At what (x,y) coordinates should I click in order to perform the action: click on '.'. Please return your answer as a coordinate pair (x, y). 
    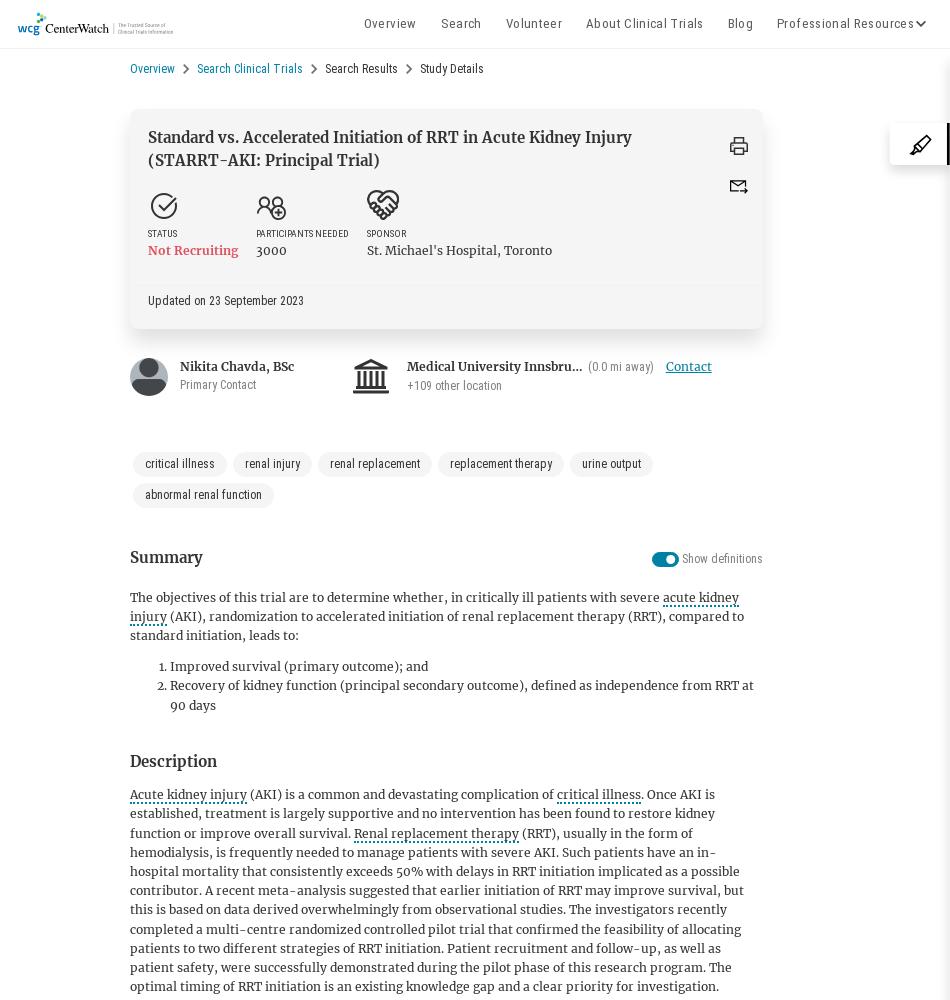
    Looking at the image, I should click on (642, 794).